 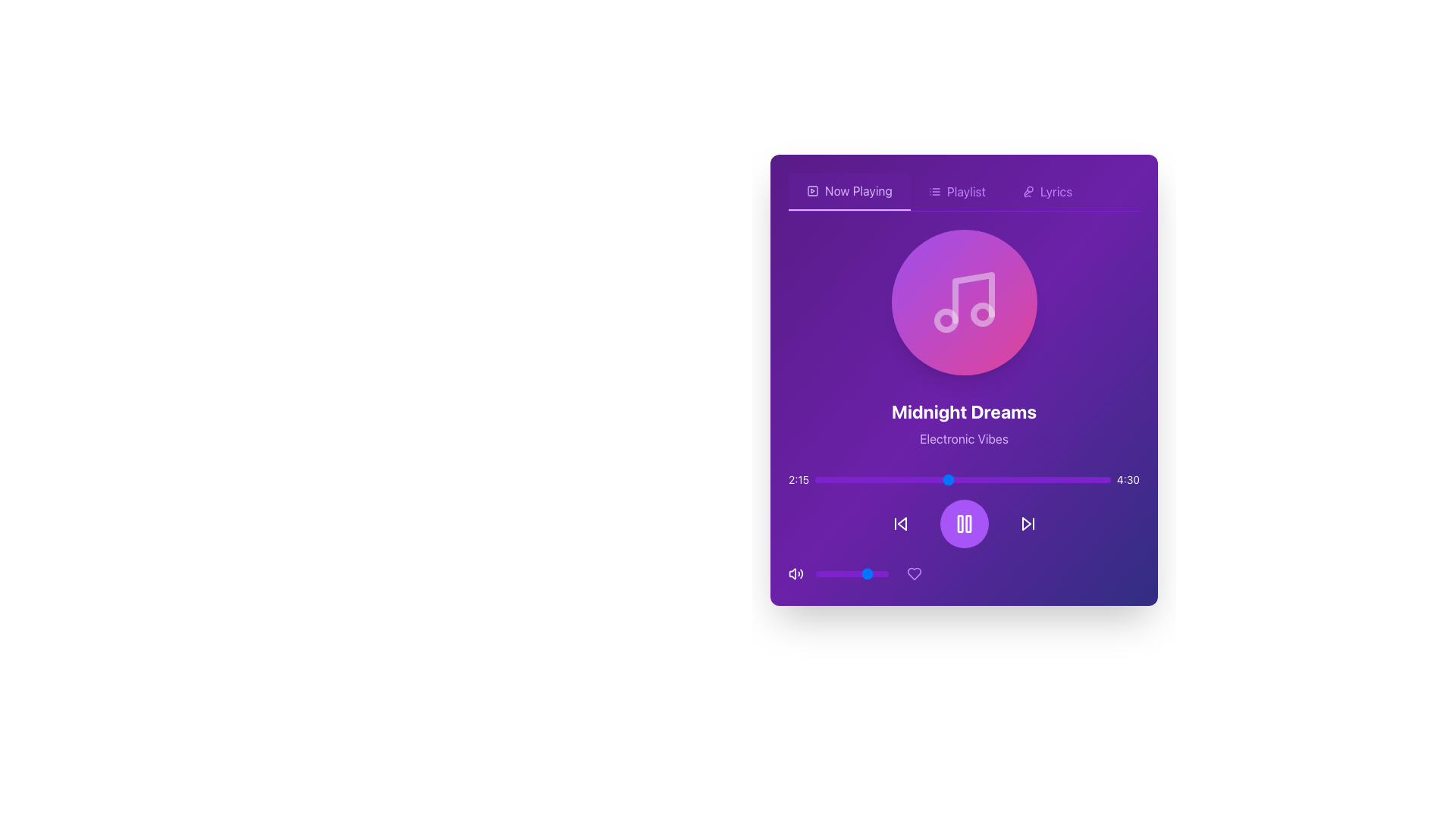 I want to click on text displayed in the title label of the currently playing song, located at the top-center of the music player interface, above the subtitle 'Electronic Vibes', so click(x=963, y=412).